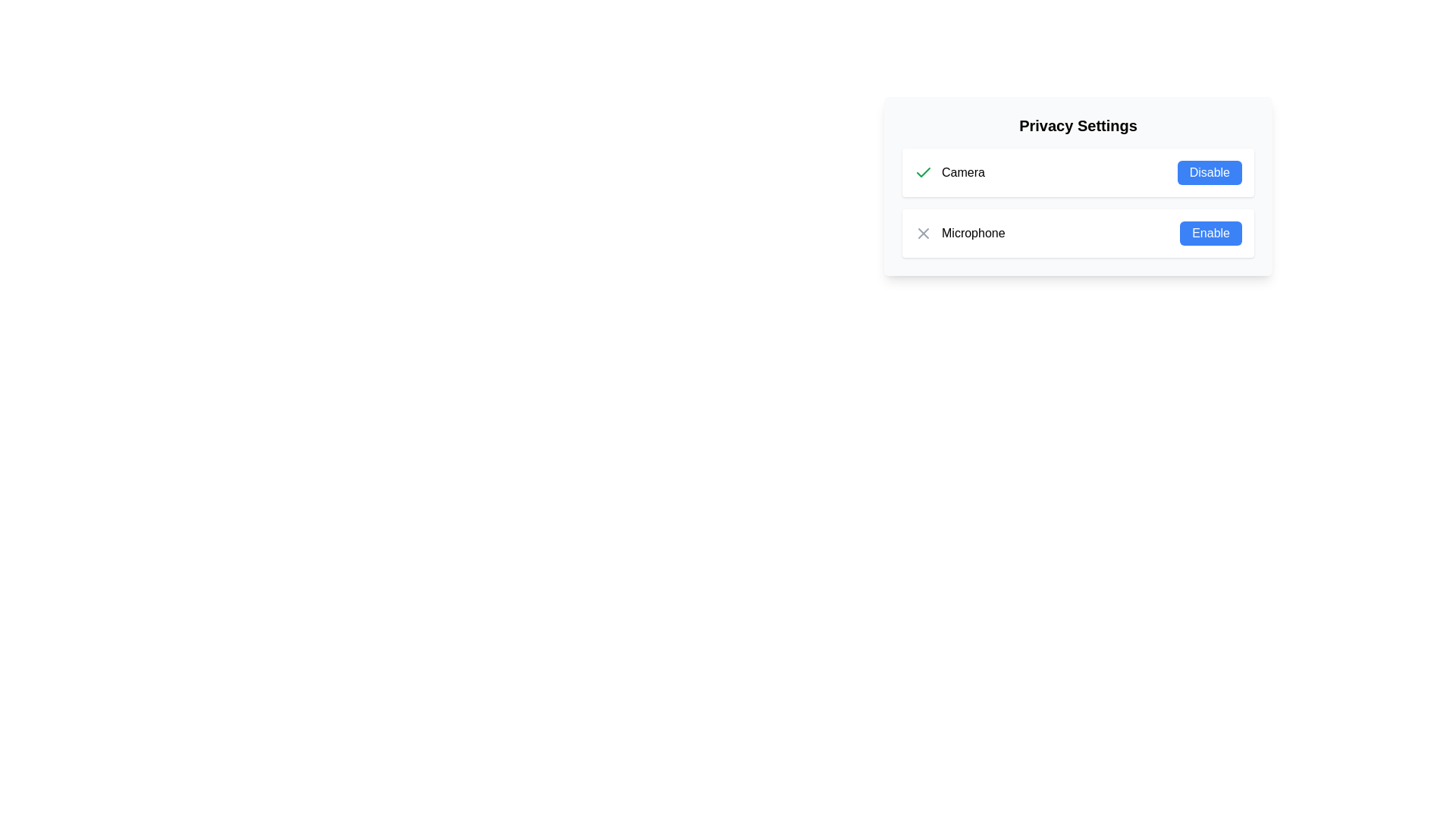 The image size is (1456, 819). What do you see at coordinates (923, 234) in the screenshot?
I see `the microphone icon that indicates a negative or declined state in the Privacy Settings panel` at bounding box center [923, 234].